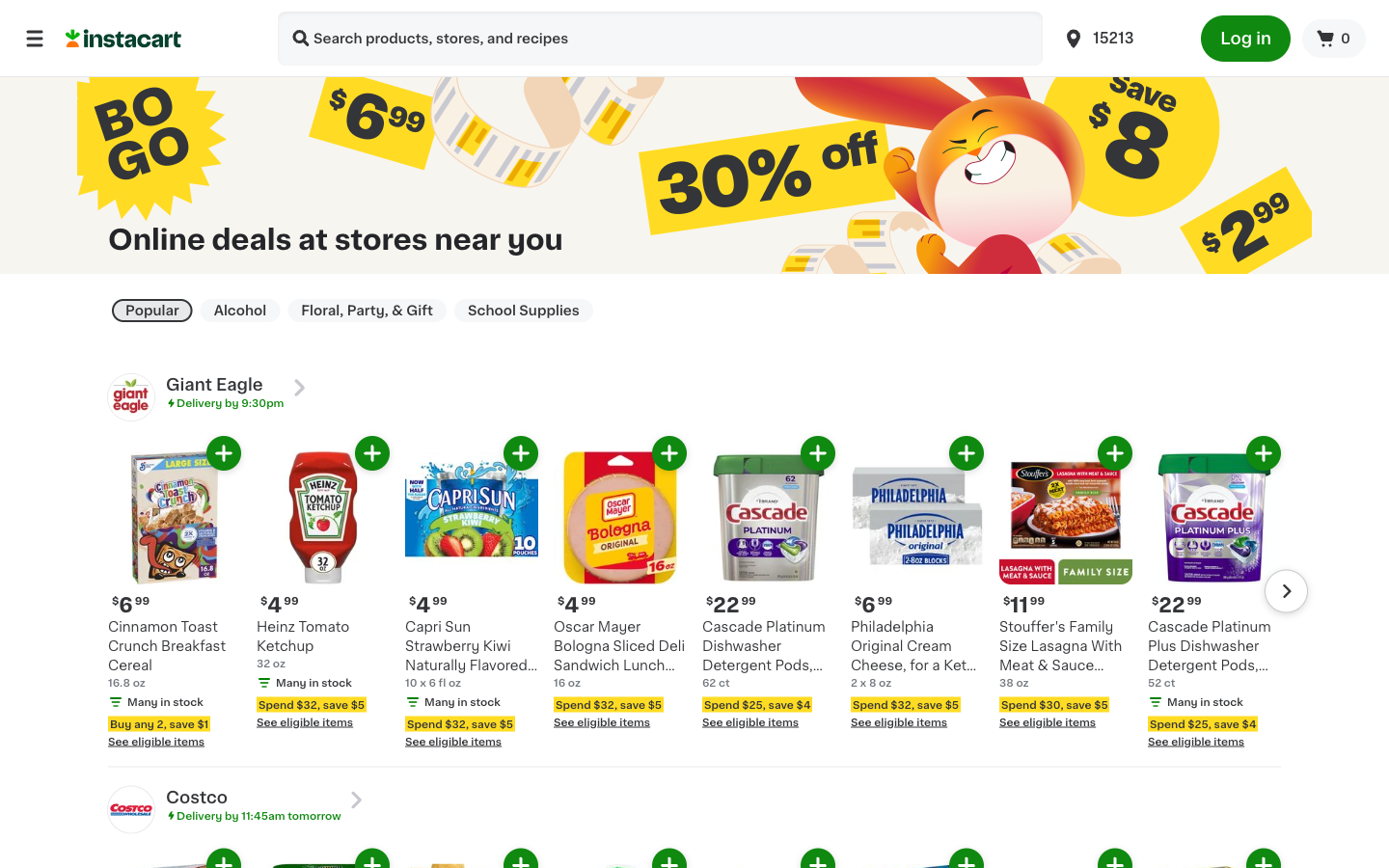 This screenshot has width=1389, height=868. I want to click on Bring up all School Supplies products, so click(524, 310).